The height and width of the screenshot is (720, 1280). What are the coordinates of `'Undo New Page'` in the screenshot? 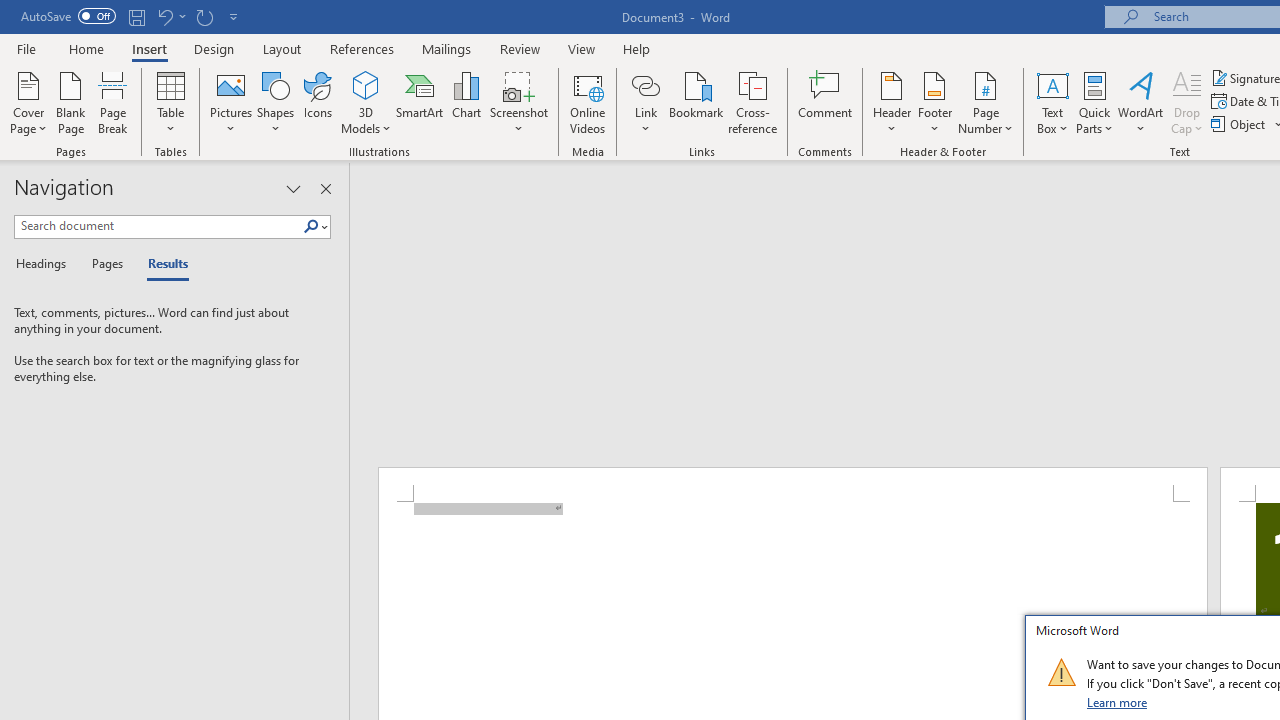 It's located at (170, 16).